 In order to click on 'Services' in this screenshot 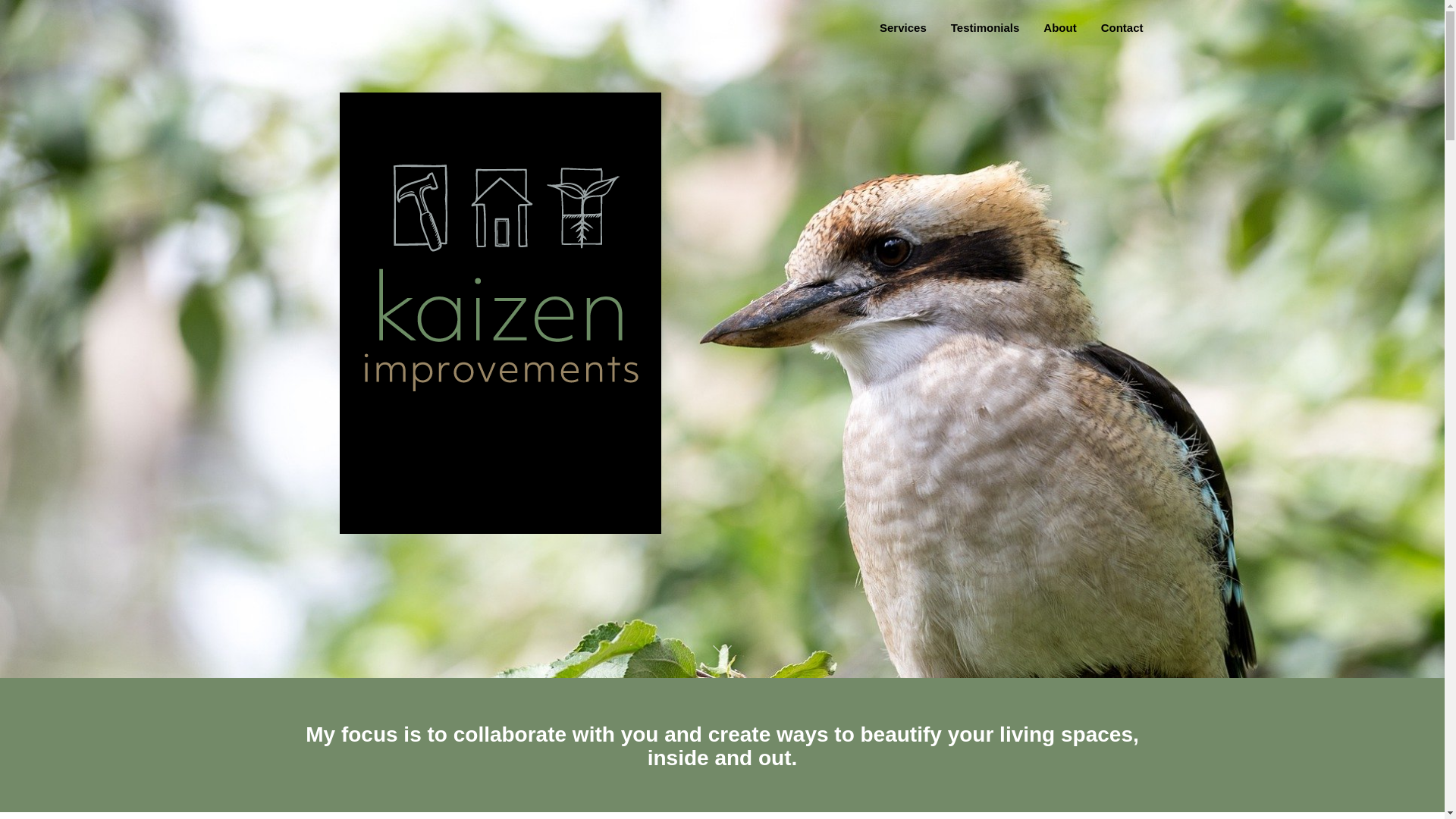, I will do `click(880, 28)`.